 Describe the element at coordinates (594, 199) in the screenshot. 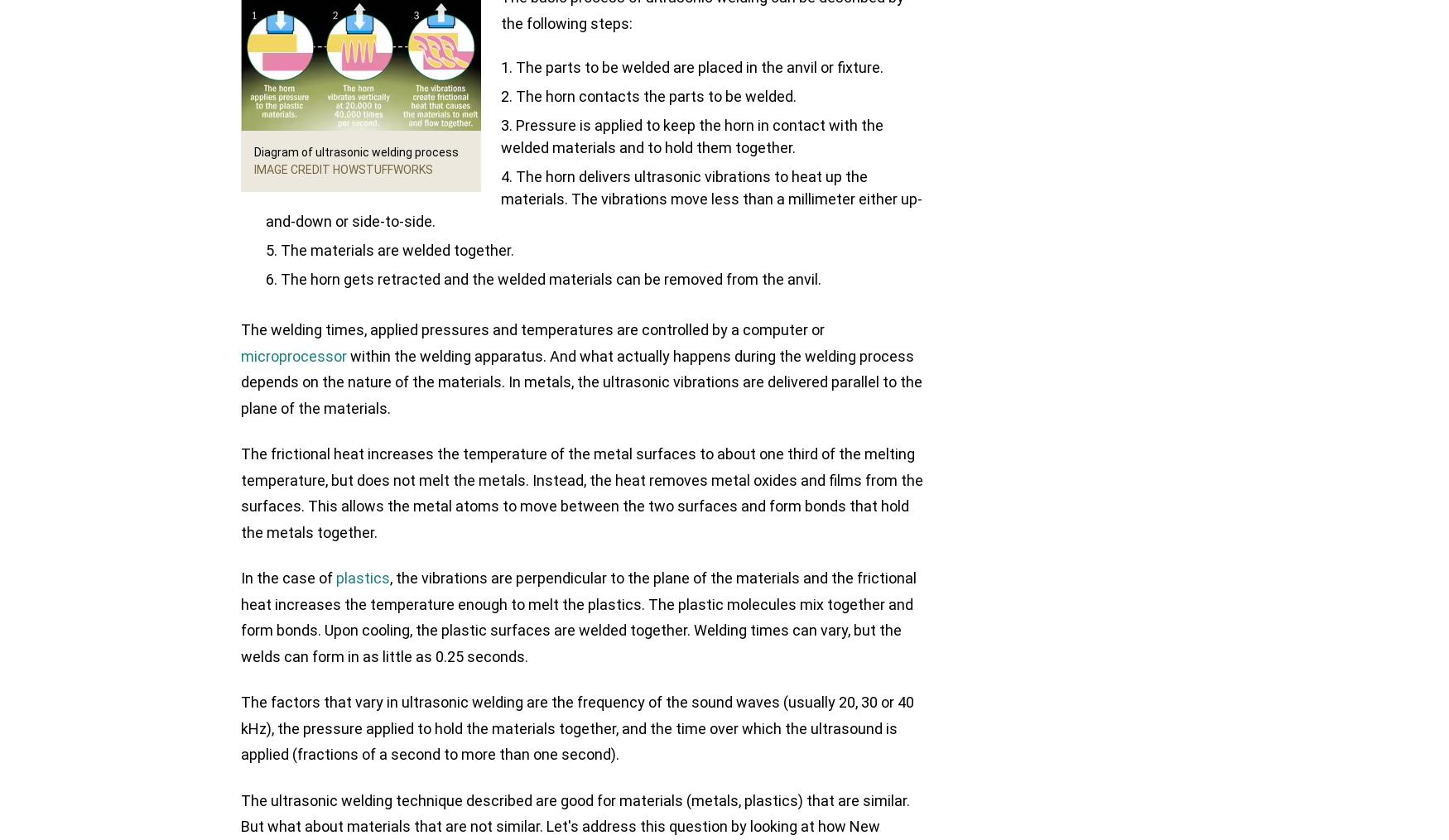

I see `'The horn delivers ultrasonic vibrations to heat up the materials. The vibrations move less than a millimeter either up-and-down or side-to-side.'` at that location.